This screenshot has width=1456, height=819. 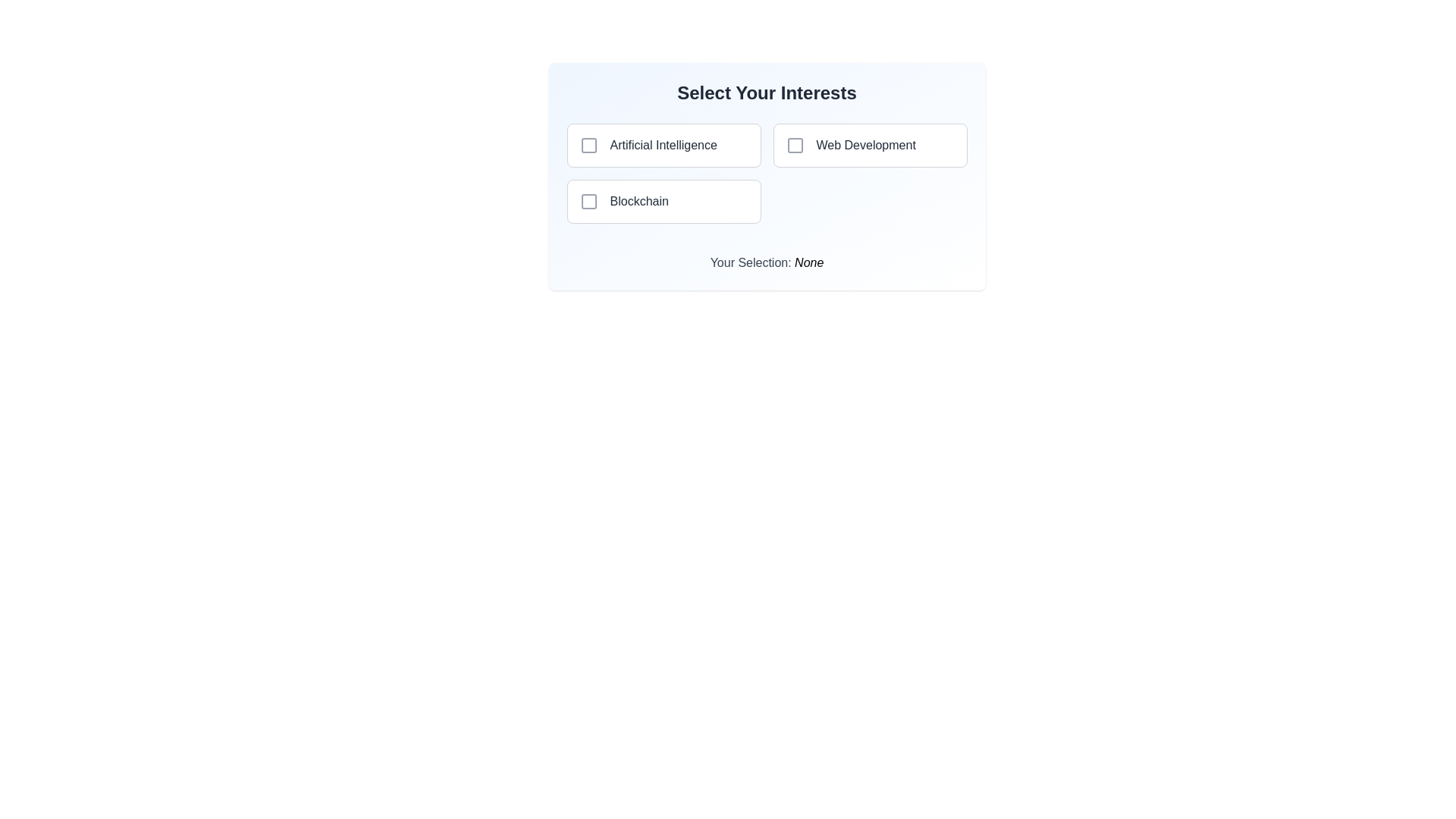 I want to click on the checkbox labeled 'Web Development', so click(x=870, y=146).